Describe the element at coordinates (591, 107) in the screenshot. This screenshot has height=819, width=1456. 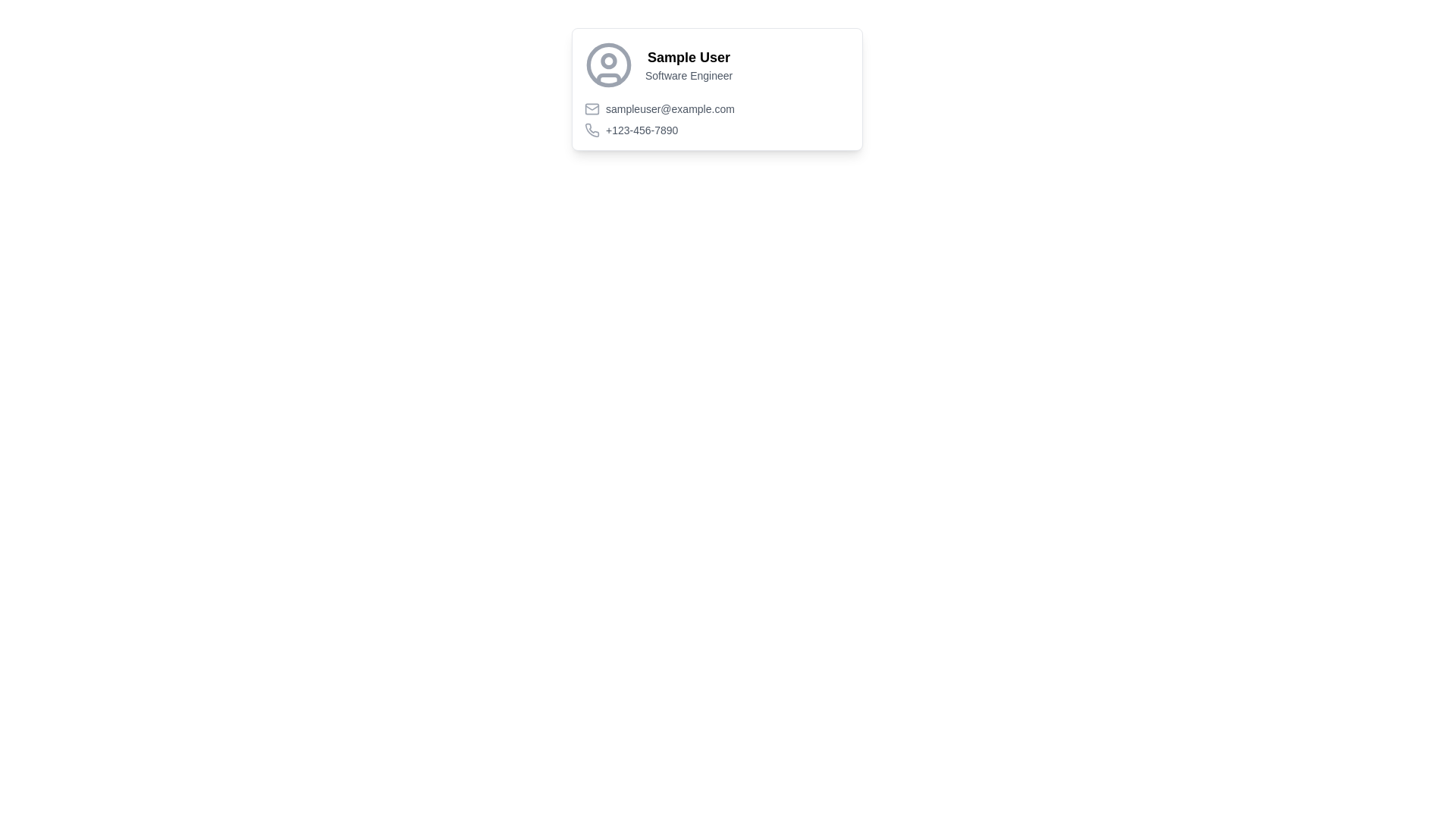
I see `the email icon represented by a minimalistic diagonal line crossing a rectangular shape, located to the left of the email address text in the user profile card` at that location.